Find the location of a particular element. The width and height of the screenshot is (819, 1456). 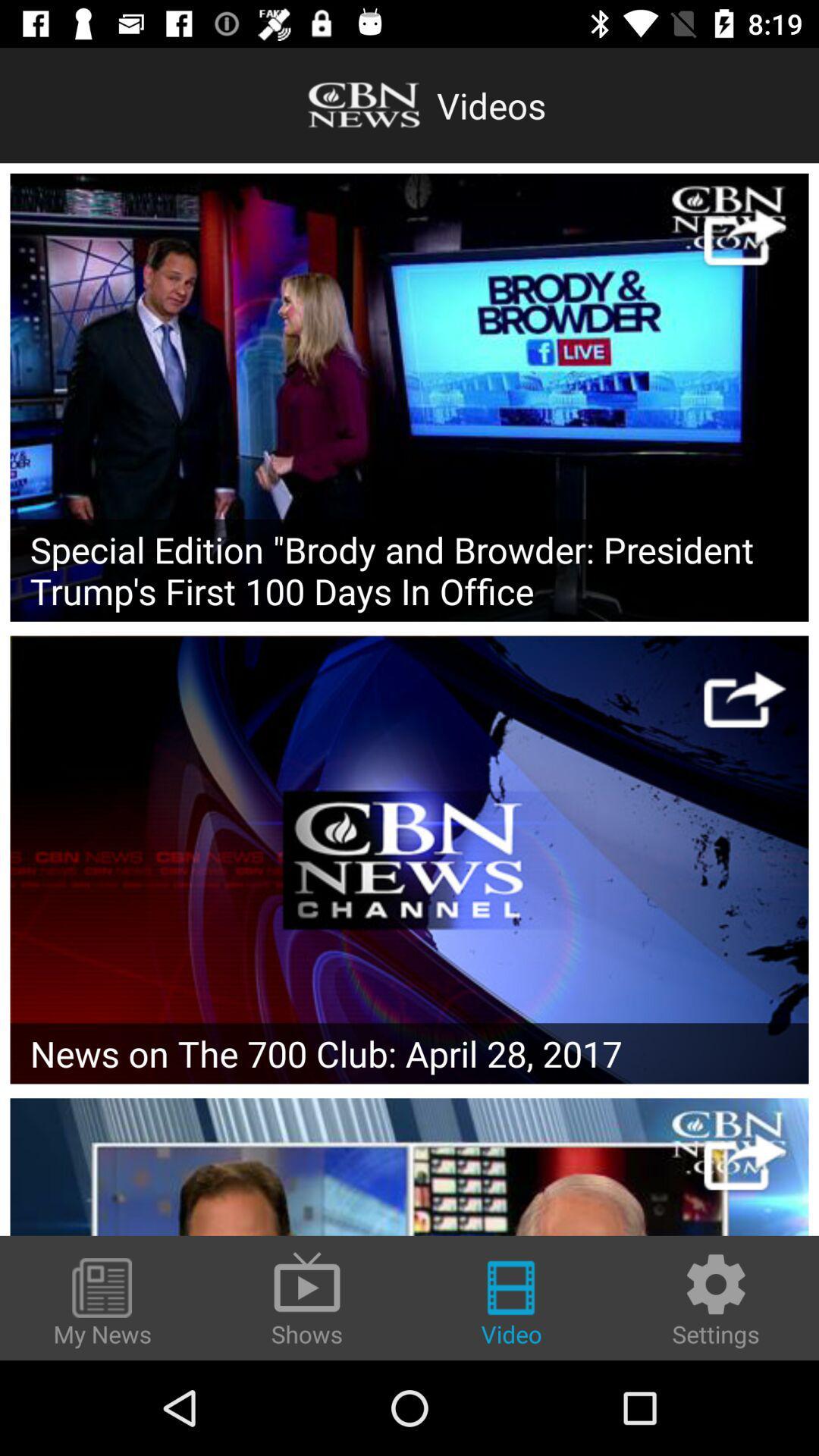

icon at the bottom left corner is located at coordinates (102, 1303).